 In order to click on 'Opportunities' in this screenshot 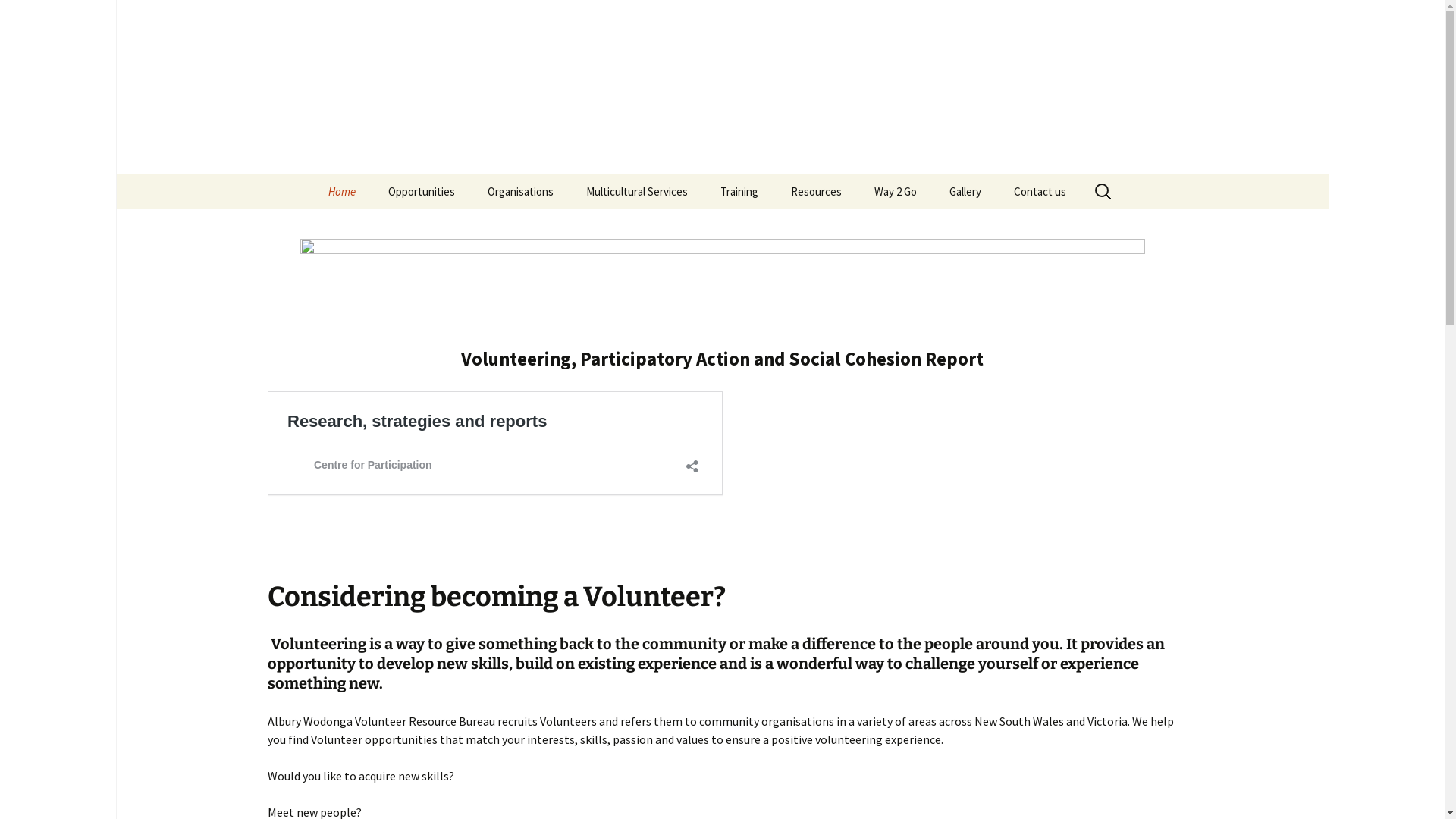, I will do `click(422, 190)`.